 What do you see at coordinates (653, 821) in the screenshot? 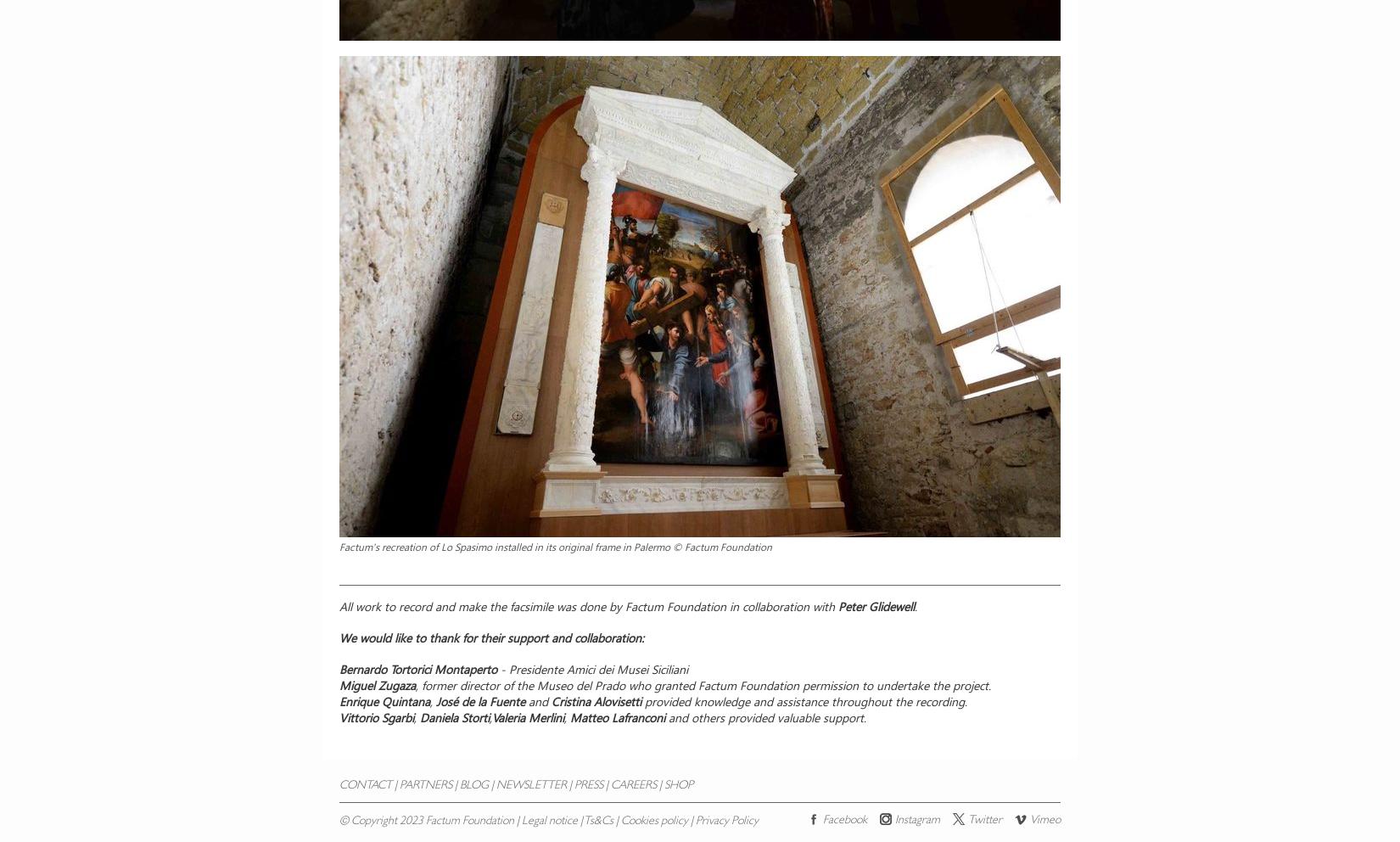
I see `'Cookies policy'` at bounding box center [653, 821].